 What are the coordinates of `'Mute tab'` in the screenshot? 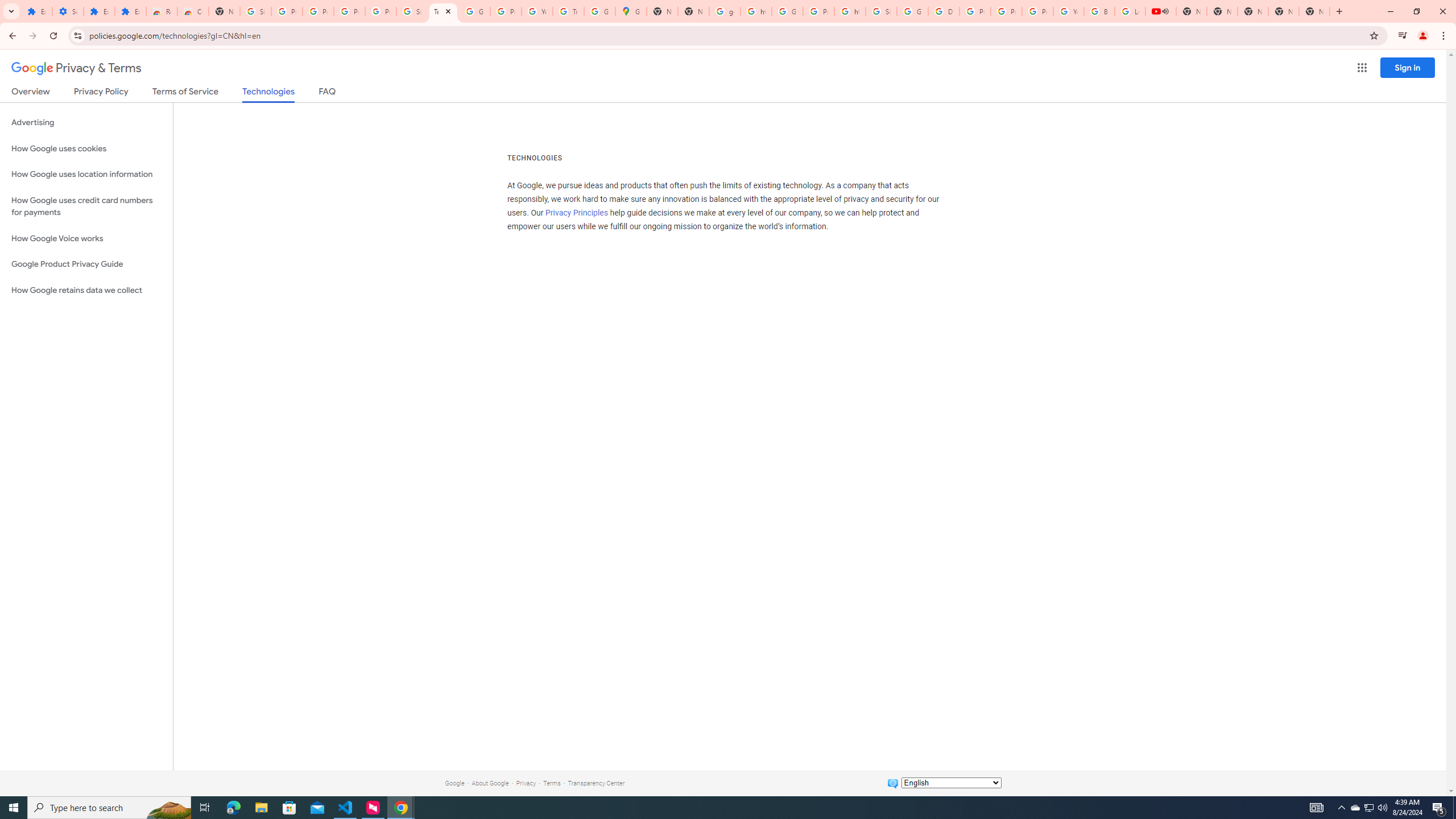 It's located at (1165, 11).